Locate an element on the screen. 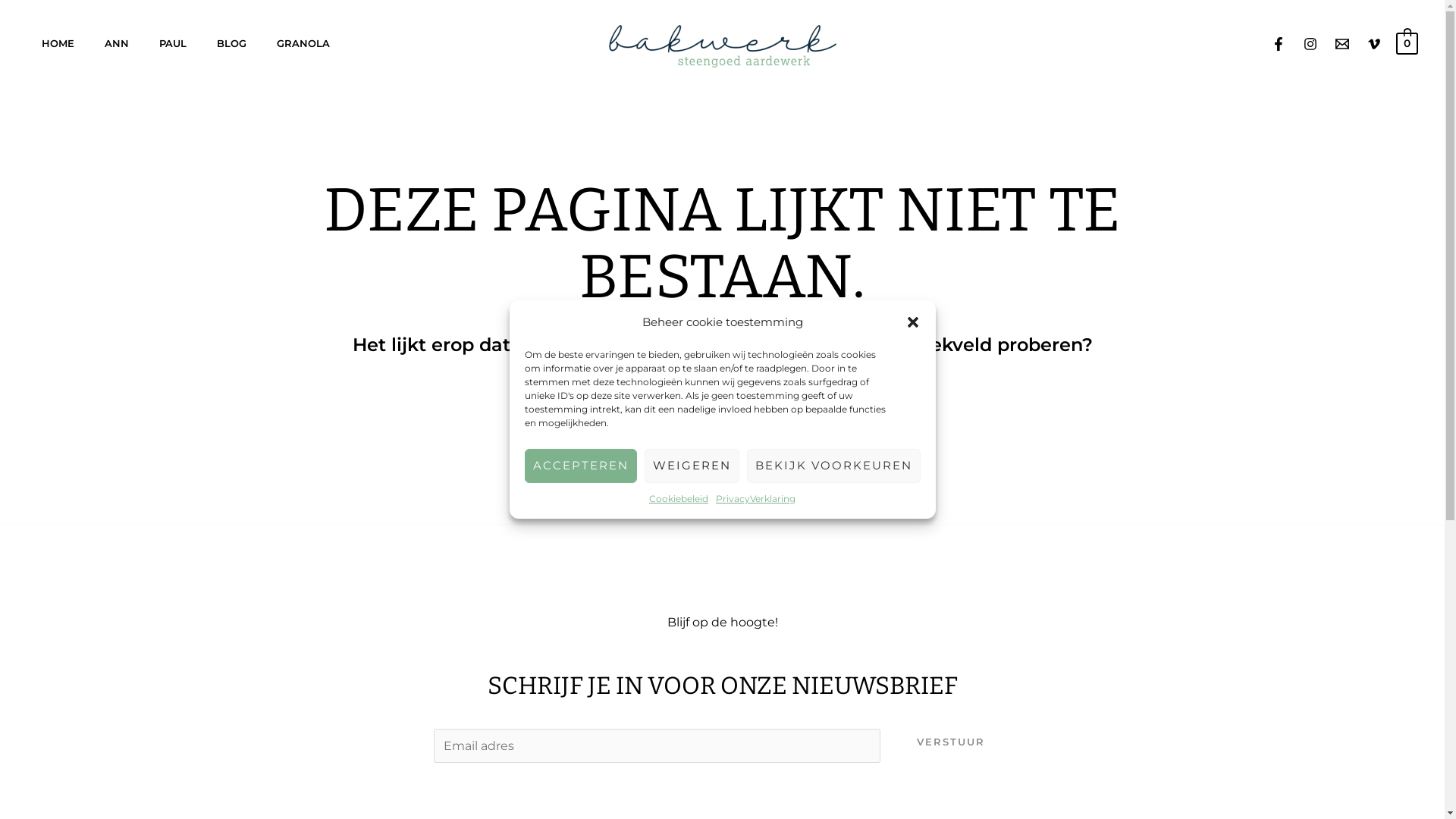 The height and width of the screenshot is (819, 1456). '0' is located at coordinates (1406, 41).